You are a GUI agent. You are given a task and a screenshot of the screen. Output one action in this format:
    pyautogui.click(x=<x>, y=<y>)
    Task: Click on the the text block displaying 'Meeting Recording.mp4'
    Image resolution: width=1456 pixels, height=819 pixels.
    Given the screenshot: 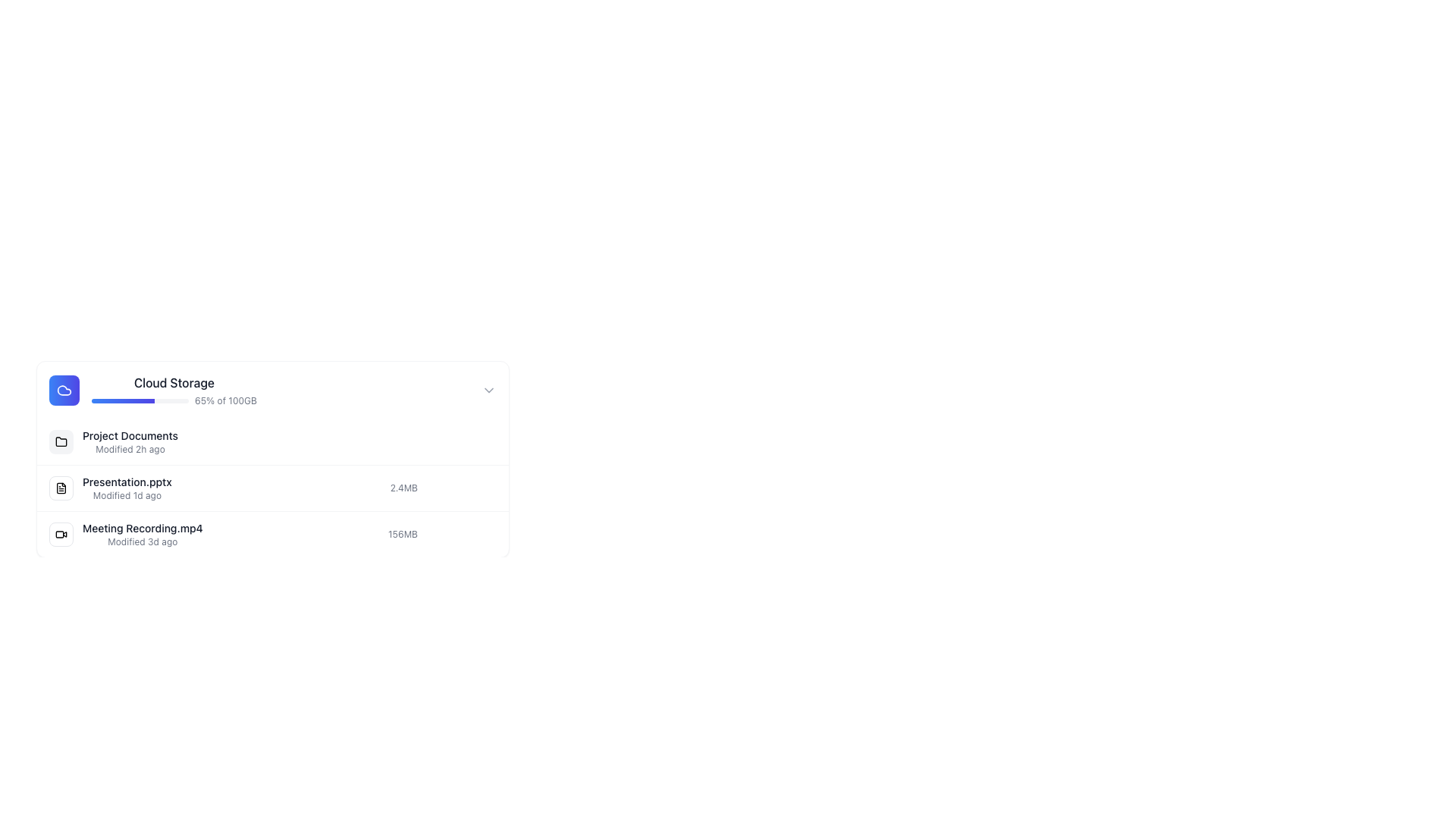 What is the action you would take?
    pyautogui.click(x=143, y=534)
    